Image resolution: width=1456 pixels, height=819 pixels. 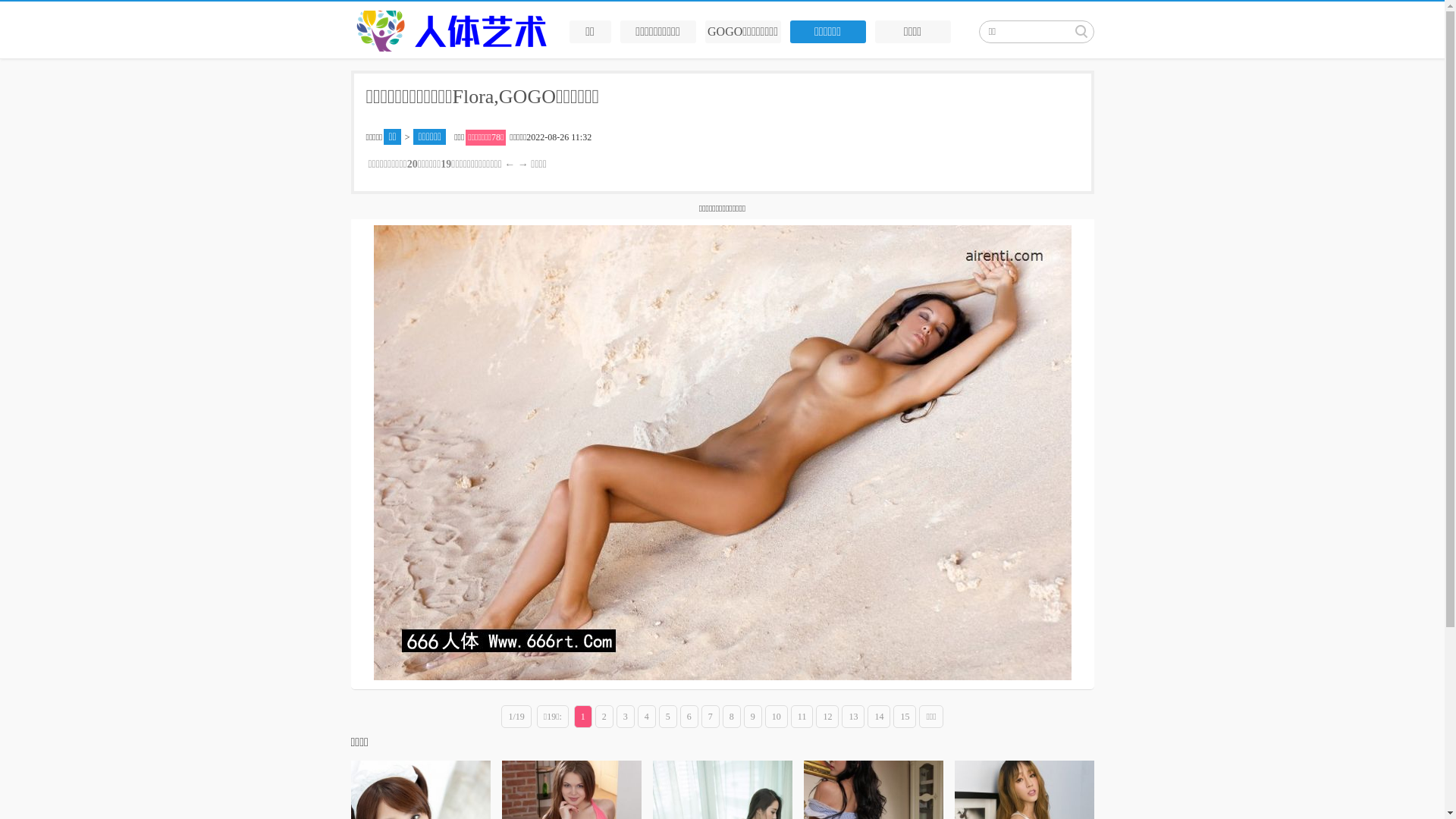 What do you see at coordinates (647, 717) in the screenshot?
I see `'4'` at bounding box center [647, 717].